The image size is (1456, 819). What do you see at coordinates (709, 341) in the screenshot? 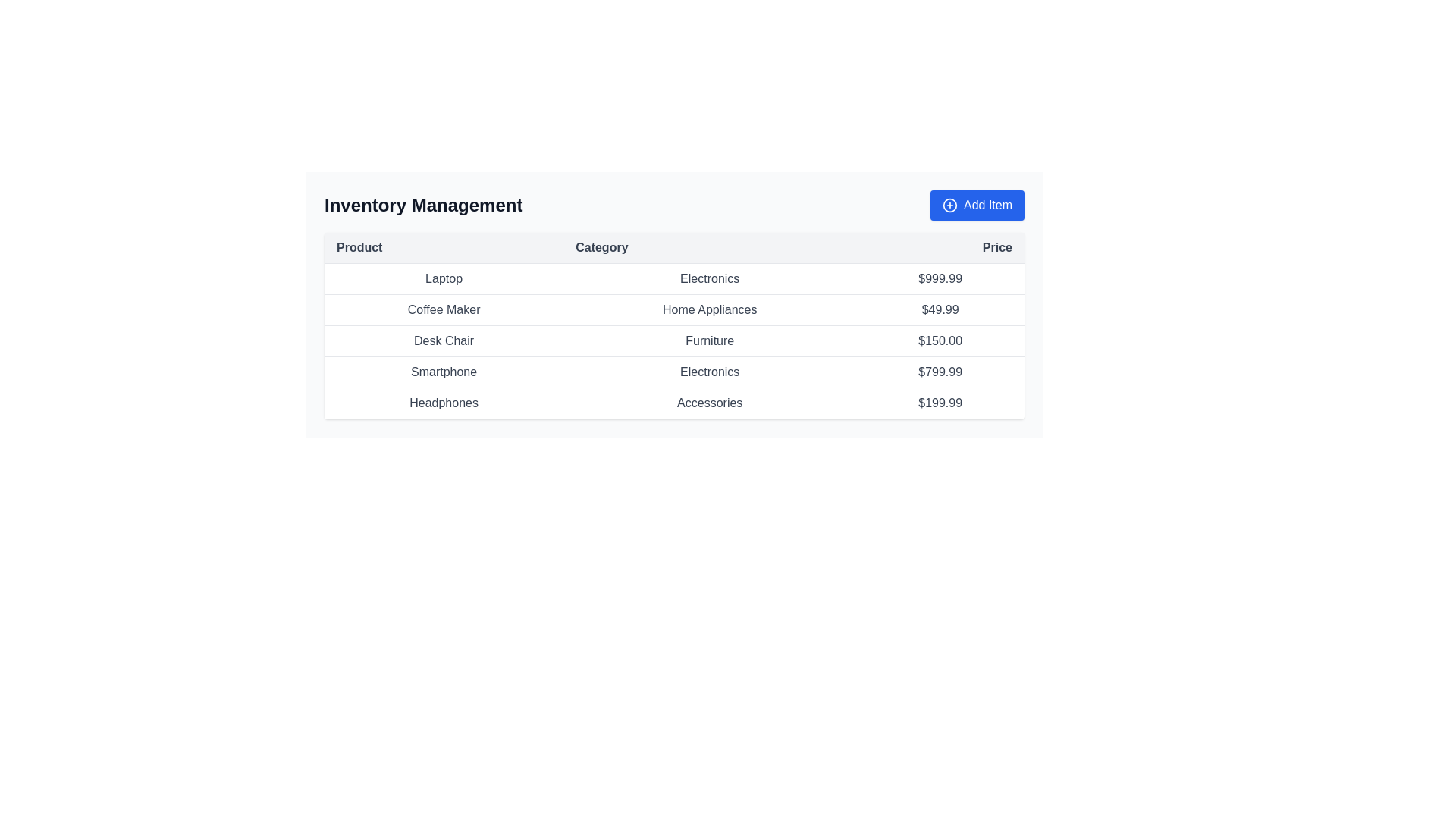
I see `category text of the 'Desk Chair' product, which is labeled in the second column of the table as 'Furniture'` at bounding box center [709, 341].